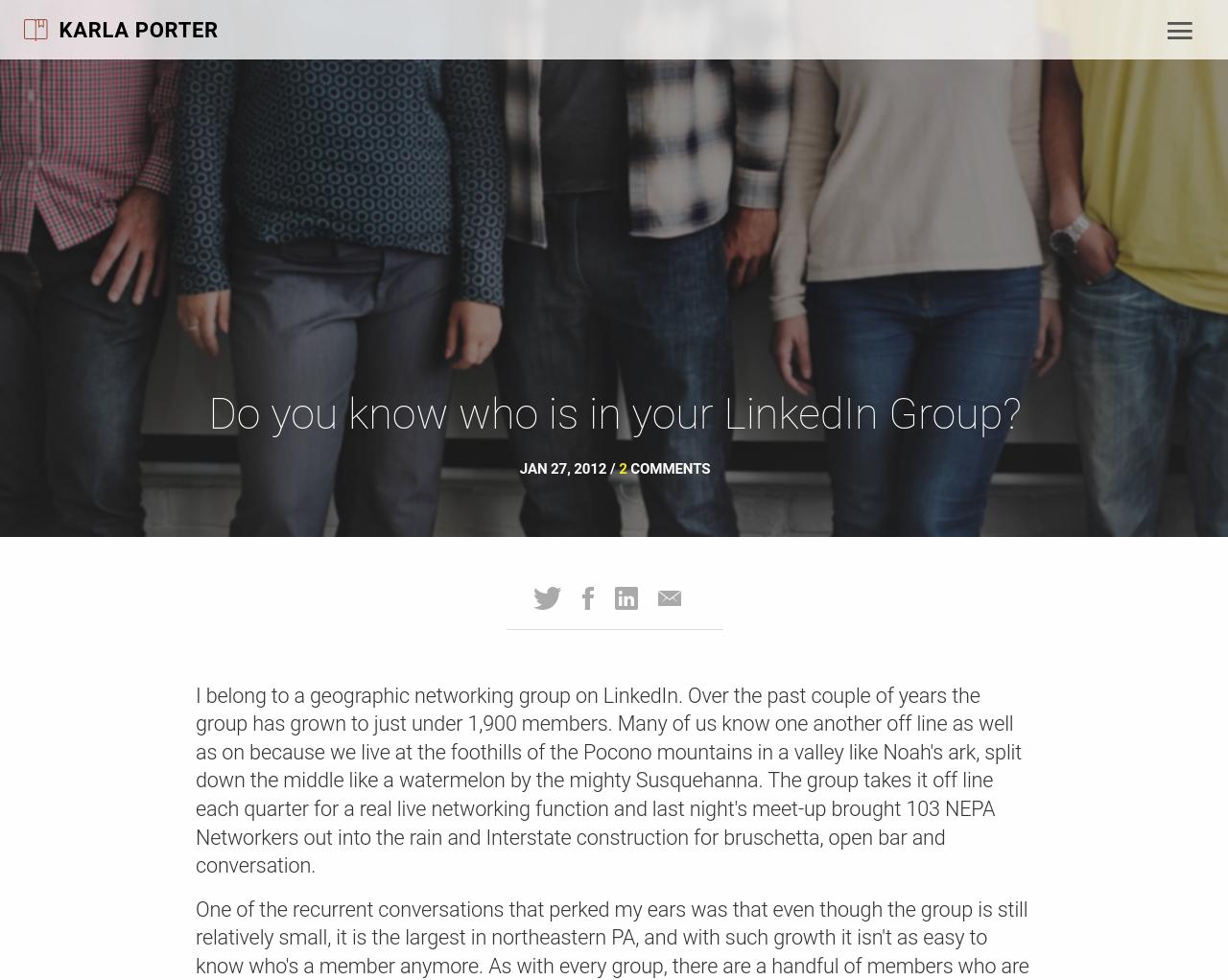  I want to click on 'comments', so click(626, 469).